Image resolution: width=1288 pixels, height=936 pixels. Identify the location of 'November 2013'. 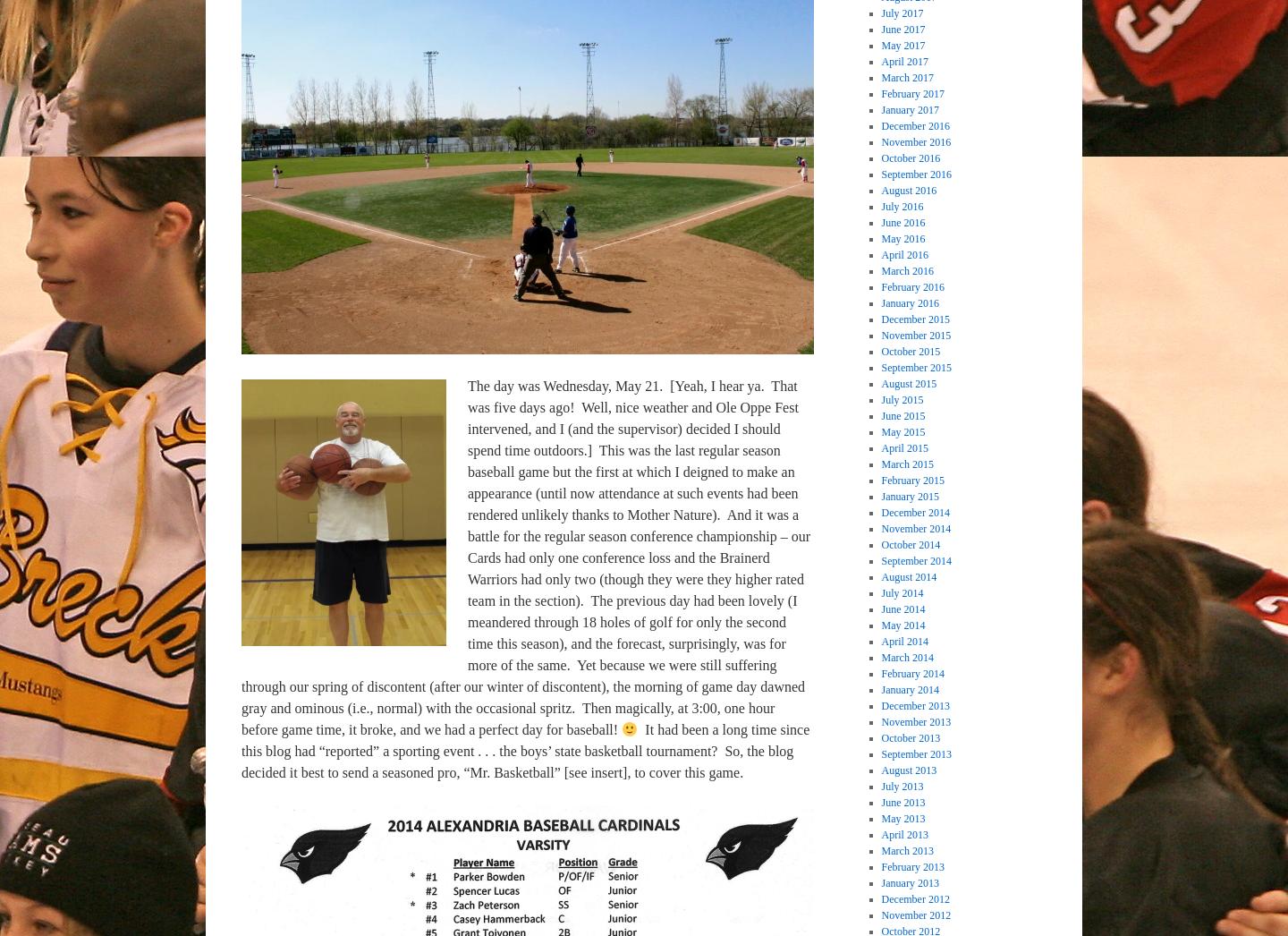
(915, 721).